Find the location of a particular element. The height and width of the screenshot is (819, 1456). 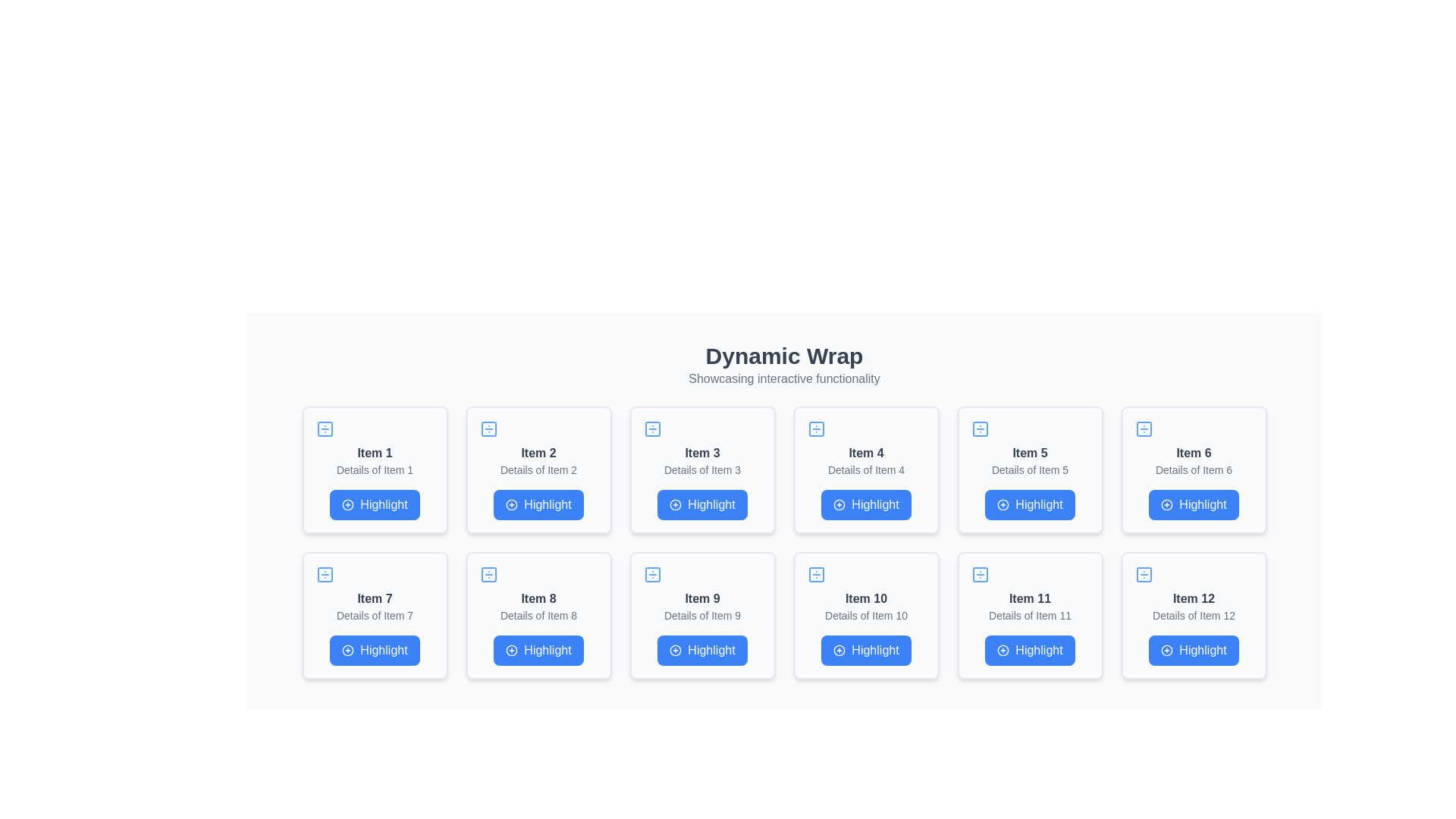

the text label that provides additional information about 'Item 5', which is located in the second row and third column of the card layout is located at coordinates (1030, 469).